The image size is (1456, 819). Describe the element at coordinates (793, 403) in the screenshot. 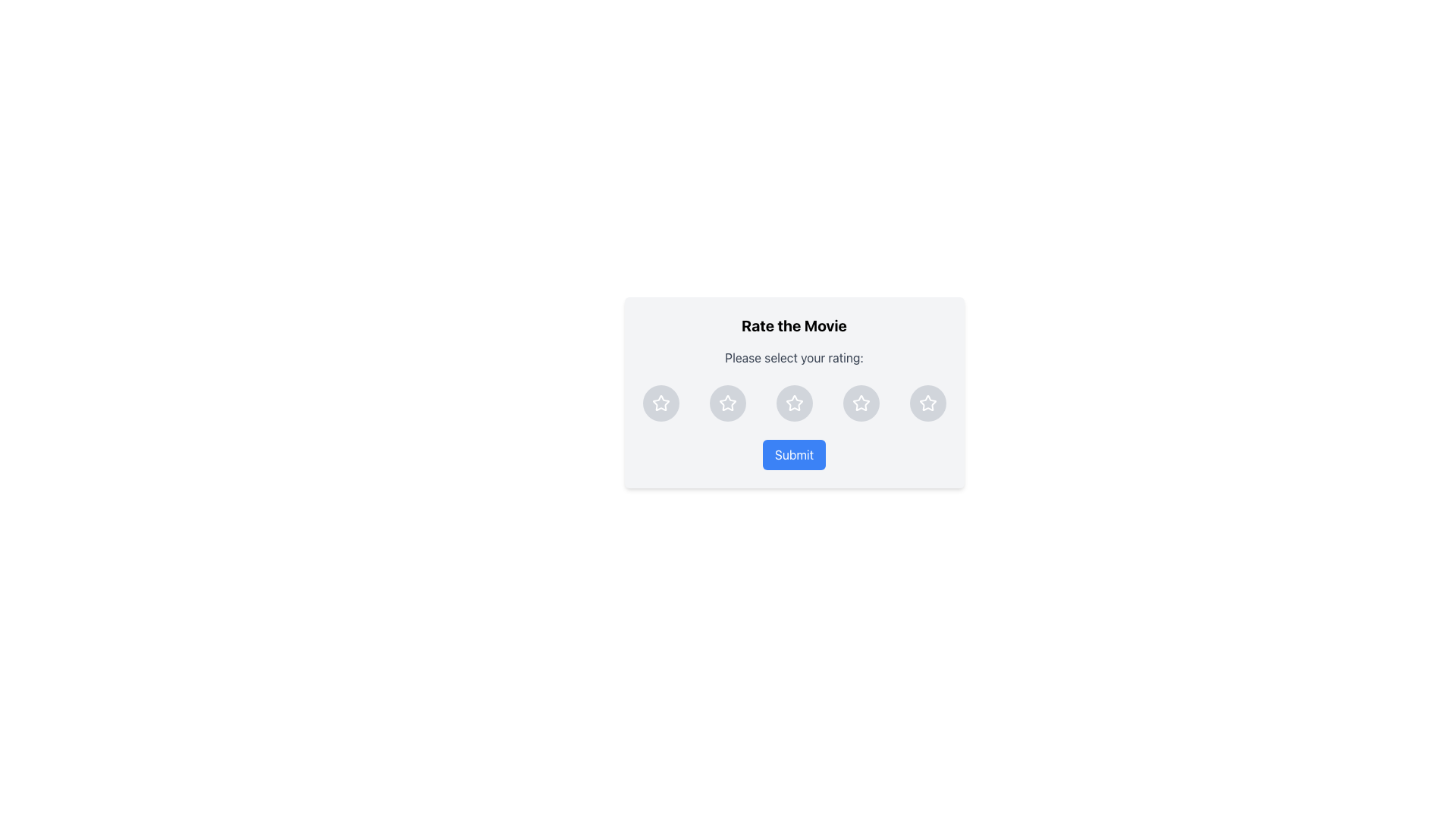

I see `the circular button with a light gray background and a white star icon in the center to trigger the scale effect` at that location.